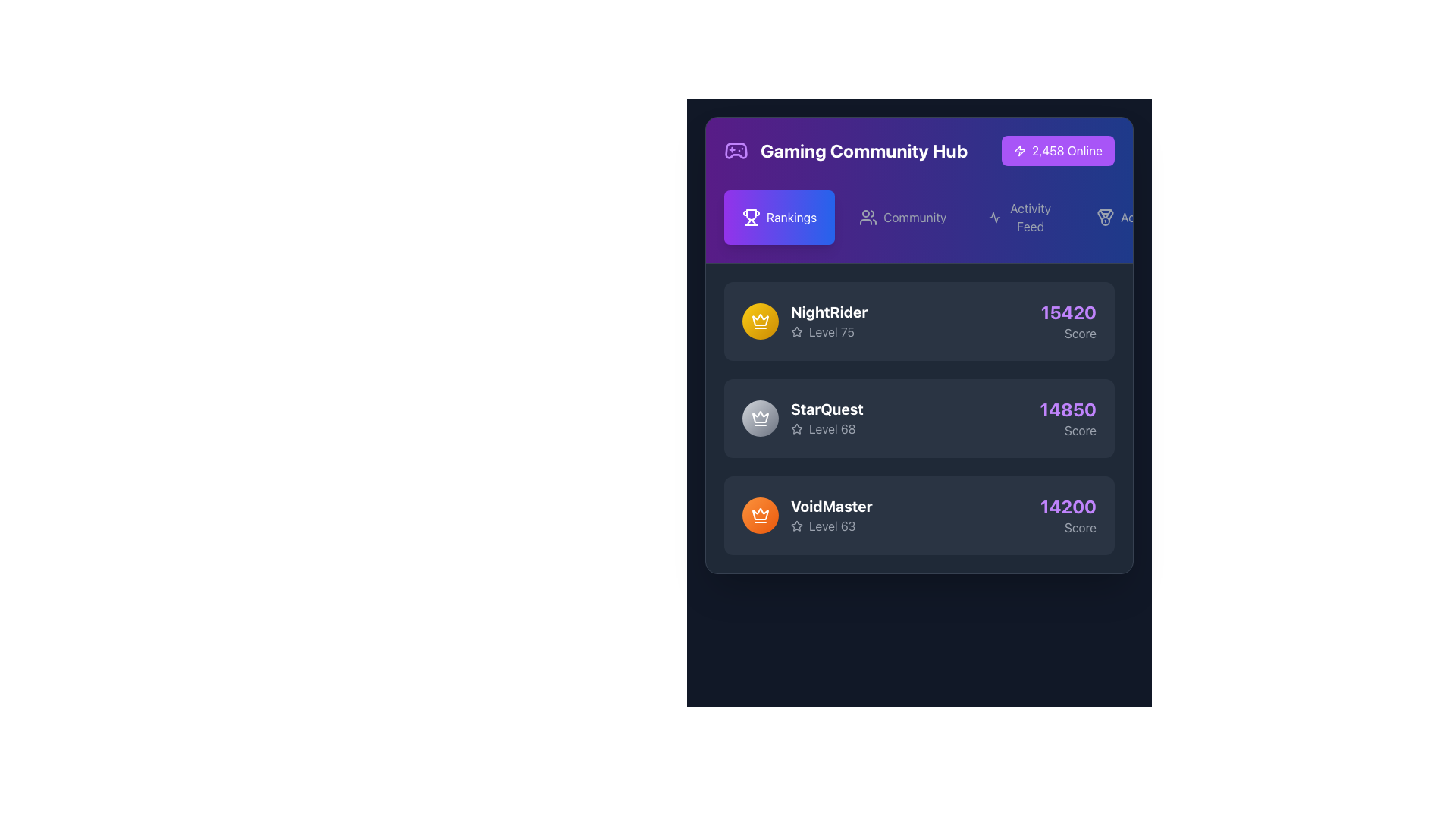 This screenshot has height=819, width=1456. Describe the element at coordinates (761, 418) in the screenshot. I see `the Icon Badge representing the achievement or rank of the 'StarQuest' user, located to the left of the 'StarQuest' label in the second list item of the leaderboard panel` at that location.